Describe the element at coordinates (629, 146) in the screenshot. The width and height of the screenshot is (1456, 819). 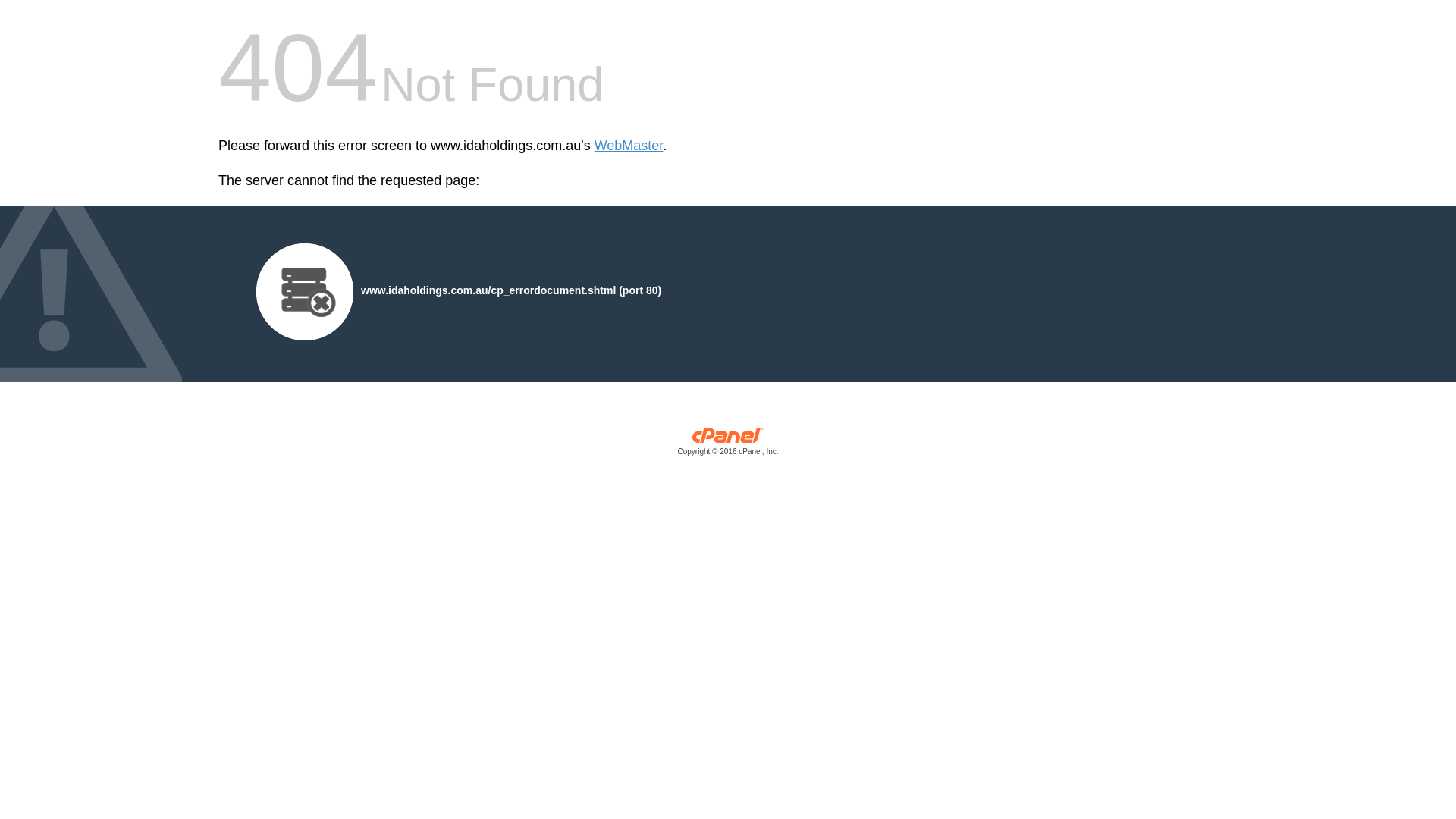
I see `'WebMaster'` at that location.